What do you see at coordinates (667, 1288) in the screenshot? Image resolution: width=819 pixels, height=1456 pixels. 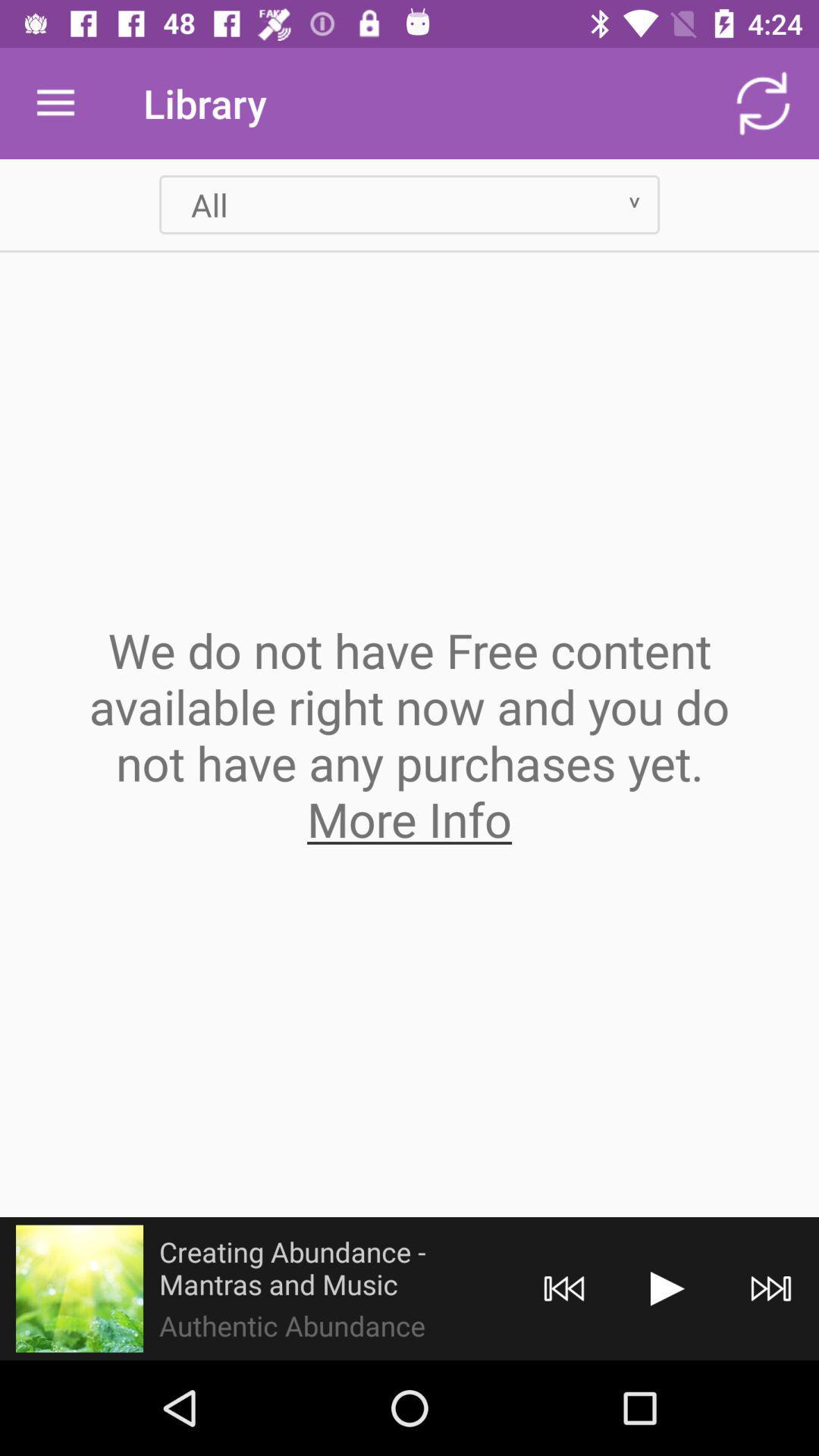 I see `the play icon` at bounding box center [667, 1288].